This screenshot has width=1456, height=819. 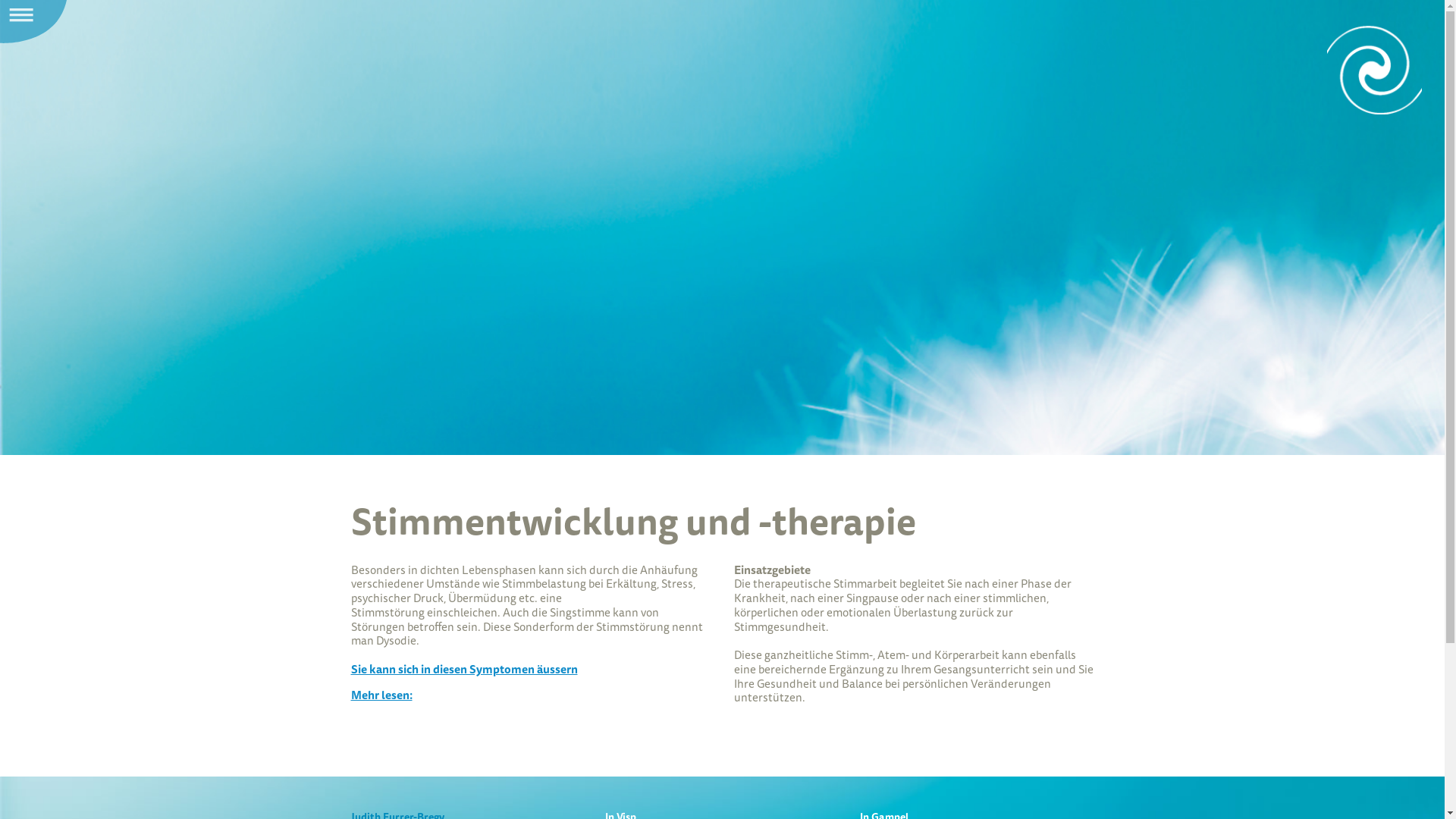 What do you see at coordinates (1374, 70) in the screenshot?
I see `'Atem und Stimme:'` at bounding box center [1374, 70].